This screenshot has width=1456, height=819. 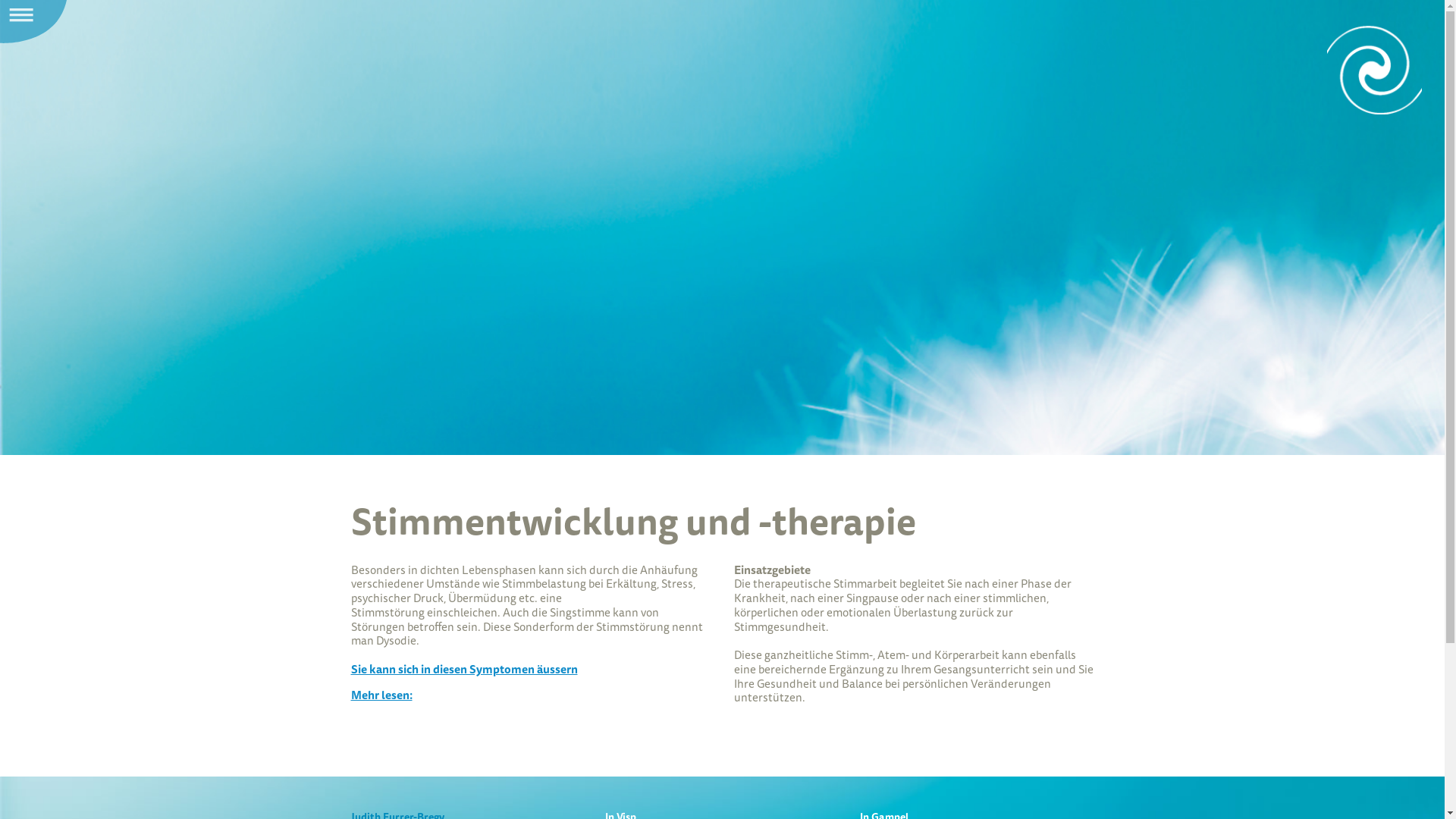 What do you see at coordinates (1374, 70) in the screenshot?
I see `'Atem und Stimme:'` at bounding box center [1374, 70].